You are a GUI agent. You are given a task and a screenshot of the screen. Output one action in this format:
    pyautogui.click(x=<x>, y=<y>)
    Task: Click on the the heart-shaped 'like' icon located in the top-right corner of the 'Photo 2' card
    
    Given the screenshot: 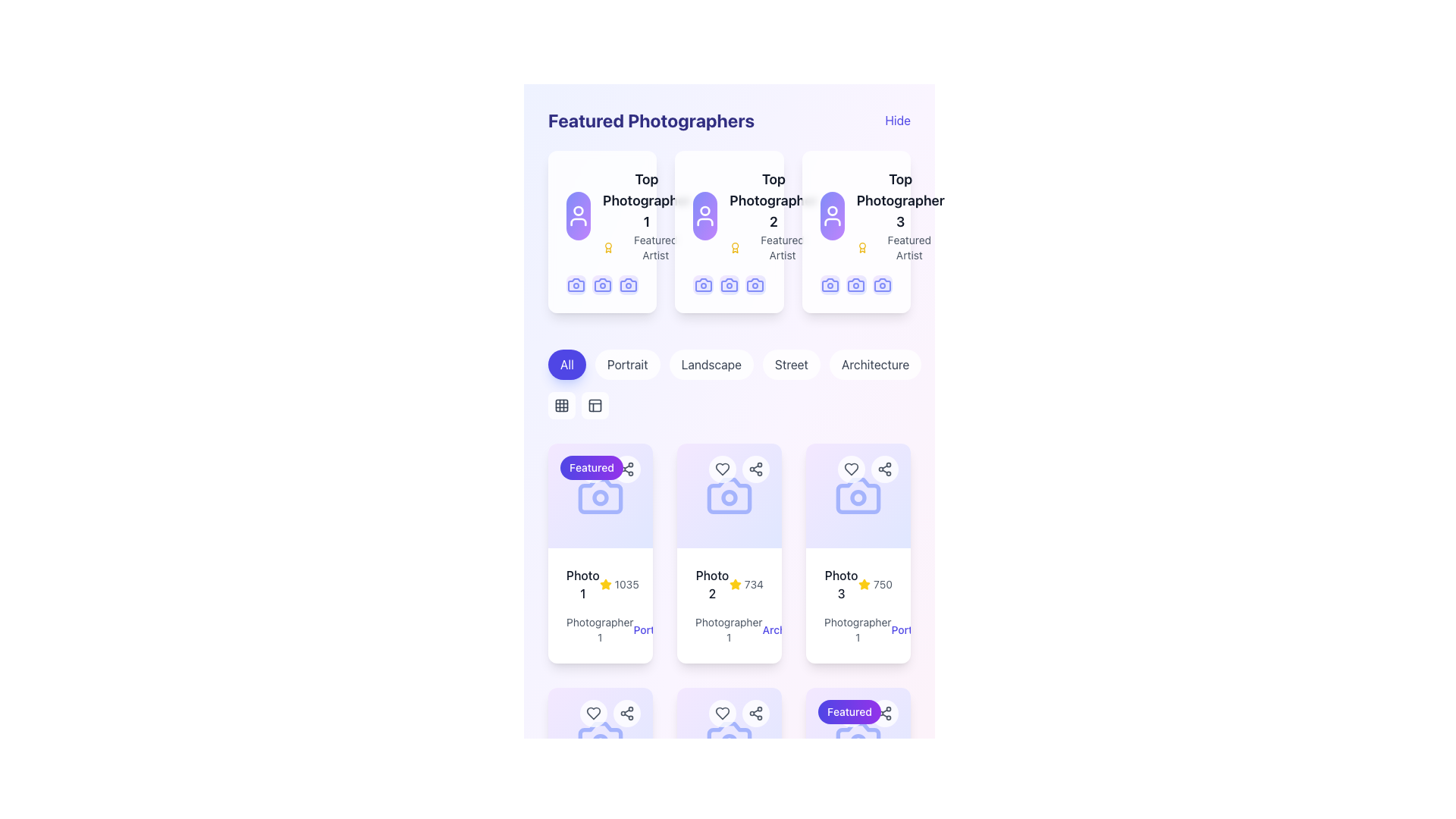 What is the action you would take?
    pyautogui.click(x=722, y=714)
    